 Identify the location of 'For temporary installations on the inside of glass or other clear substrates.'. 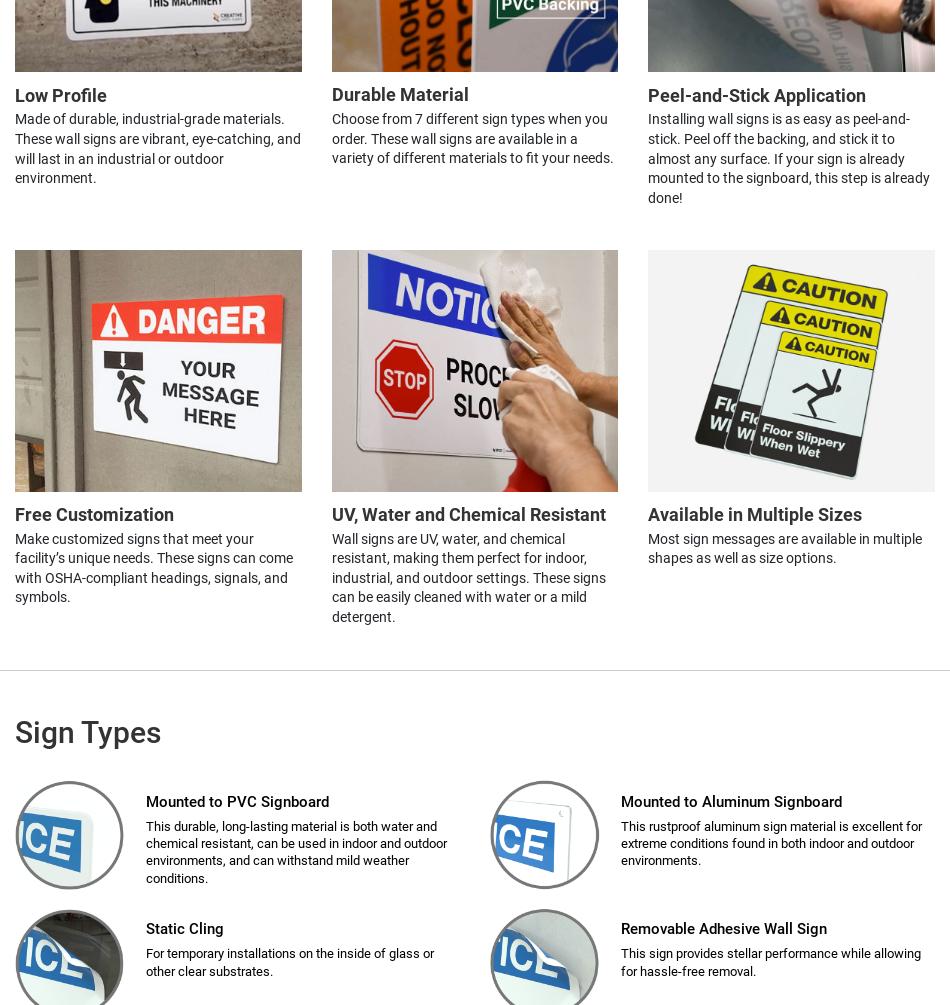
(289, 960).